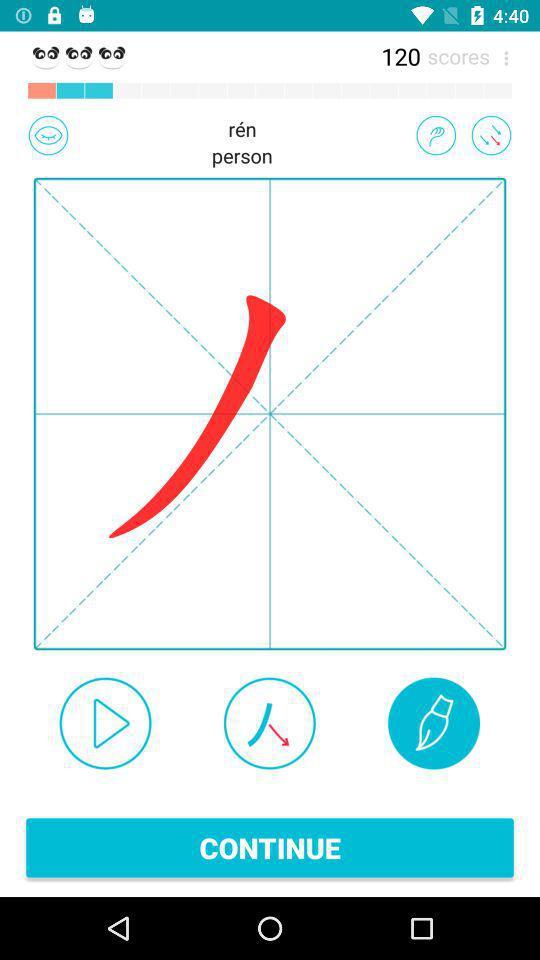 Image resolution: width=540 pixels, height=960 pixels. What do you see at coordinates (48, 134) in the screenshot?
I see `item next to the person icon` at bounding box center [48, 134].